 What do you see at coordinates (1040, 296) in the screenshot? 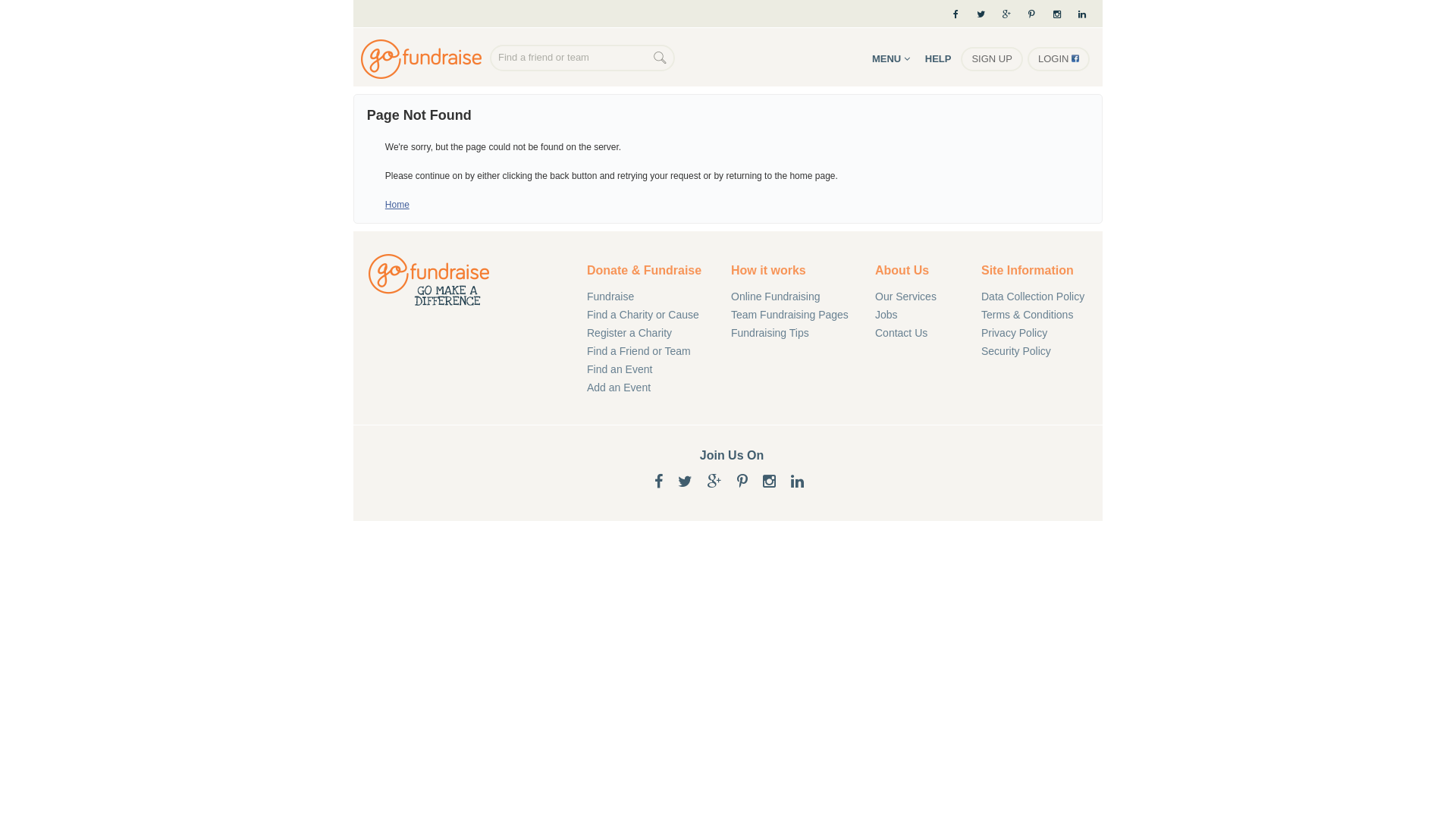
I see `'Data Collection Policy'` at bounding box center [1040, 296].